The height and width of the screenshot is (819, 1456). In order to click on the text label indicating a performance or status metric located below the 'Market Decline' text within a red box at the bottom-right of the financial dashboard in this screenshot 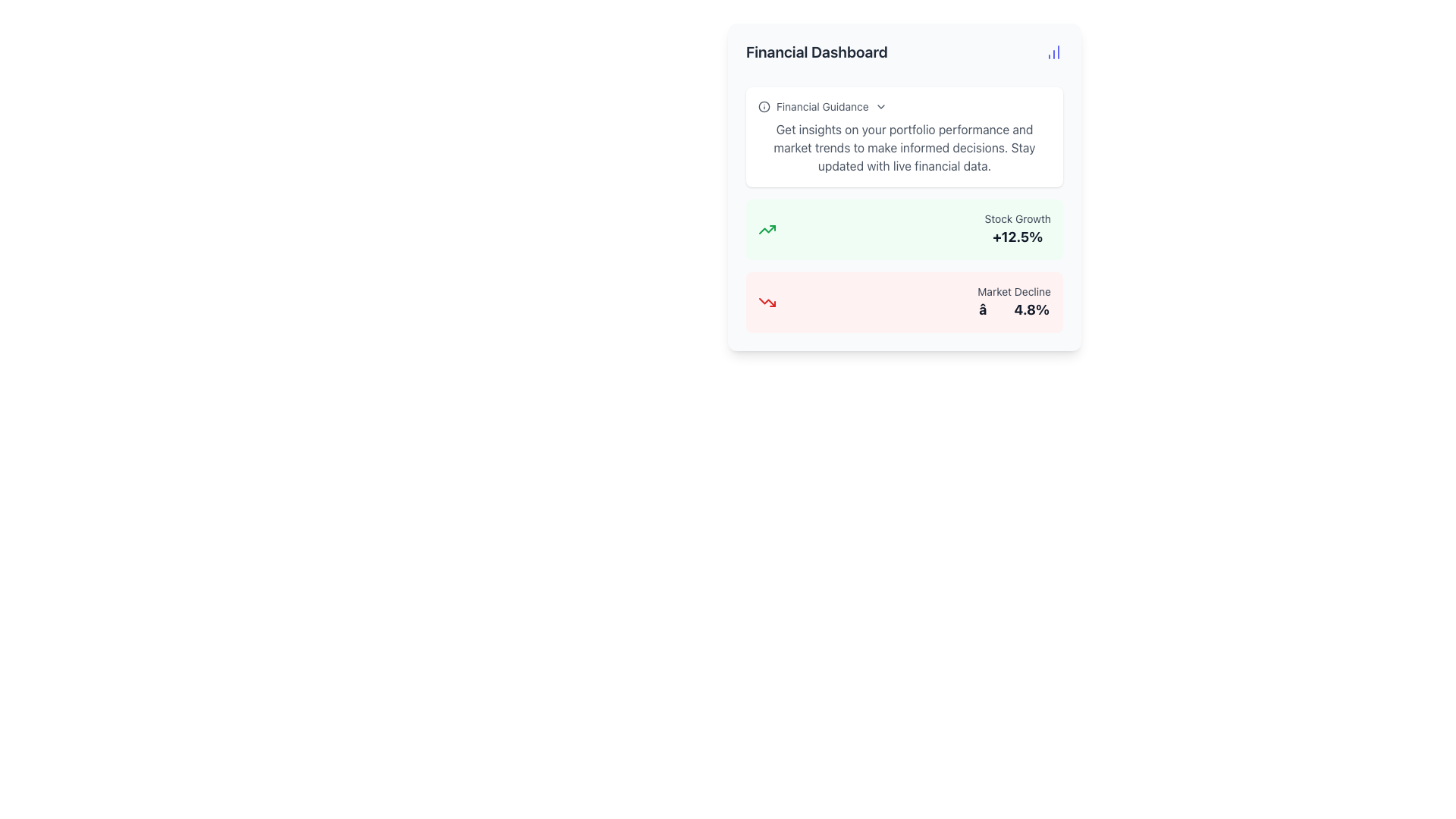, I will do `click(1014, 309)`.